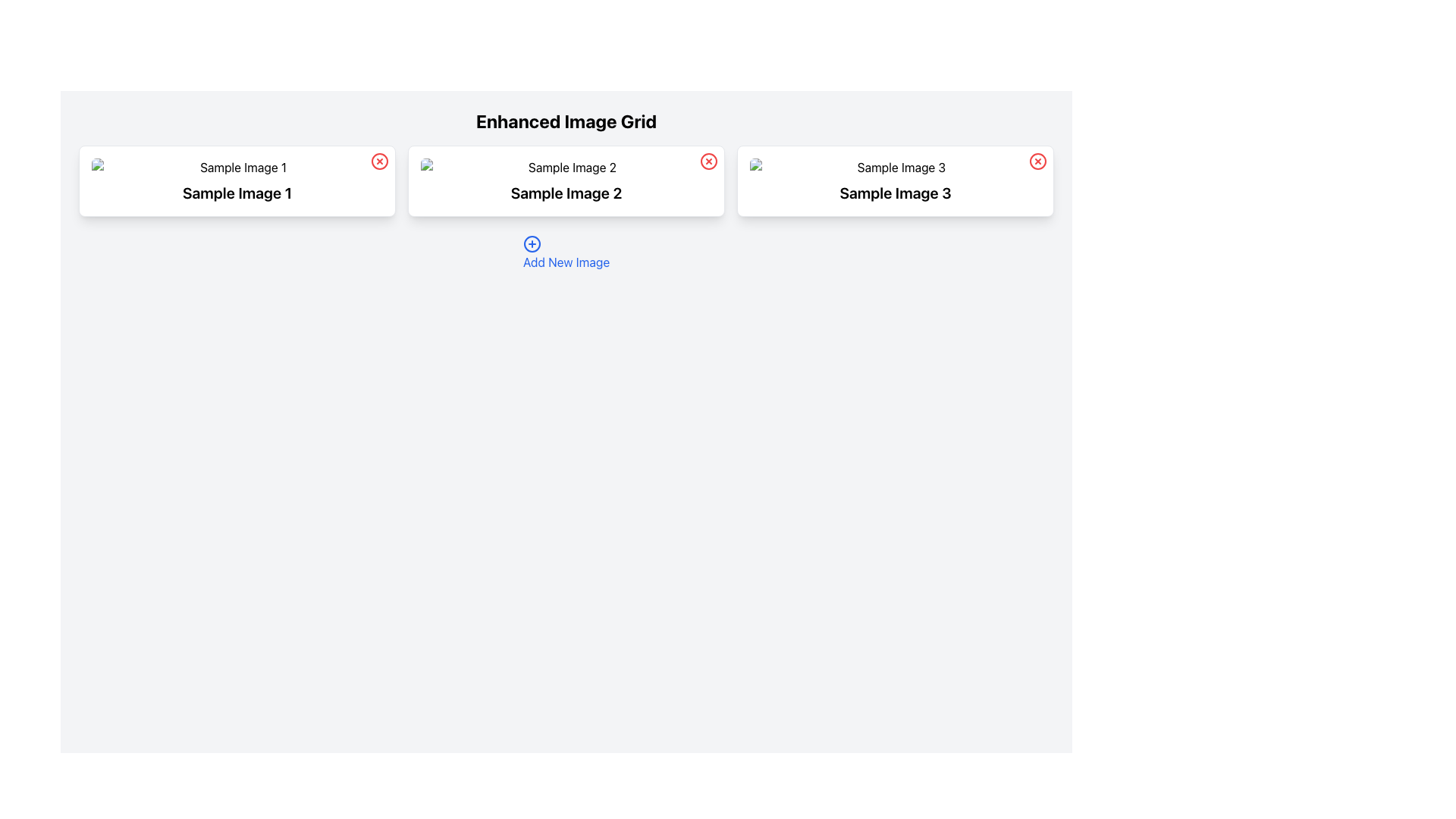  I want to click on the delete or close button located in the top-right corner of the card labeled 'Sample Image 3', so click(1037, 161).